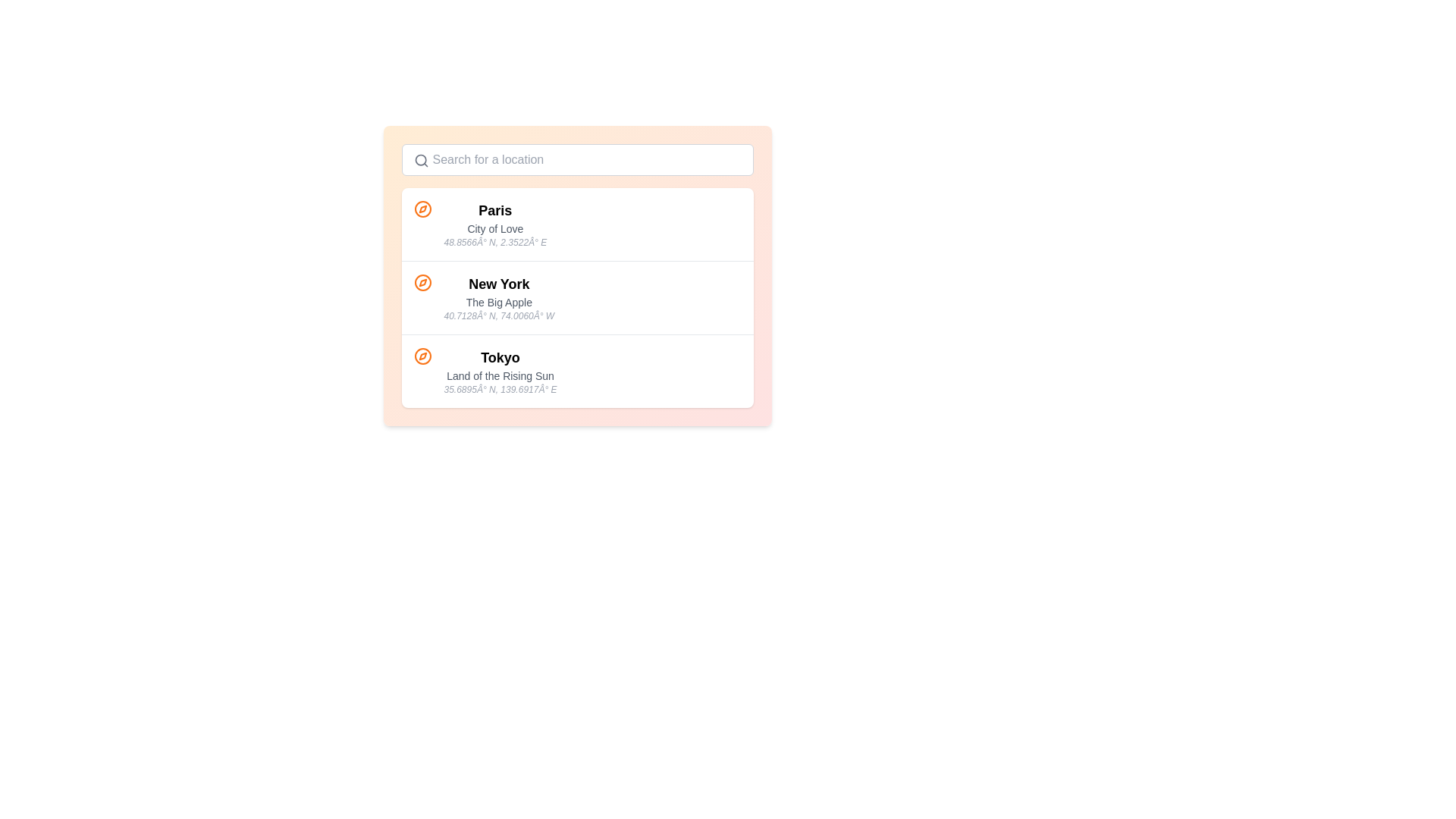 Image resolution: width=1456 pixels, height=819 pixels. Describe the element at coordinates (422, 209) in the screenshot. I see `the decorative compass icon represented by the SVG Circle associated with the 'Paris' location entry` at that location.